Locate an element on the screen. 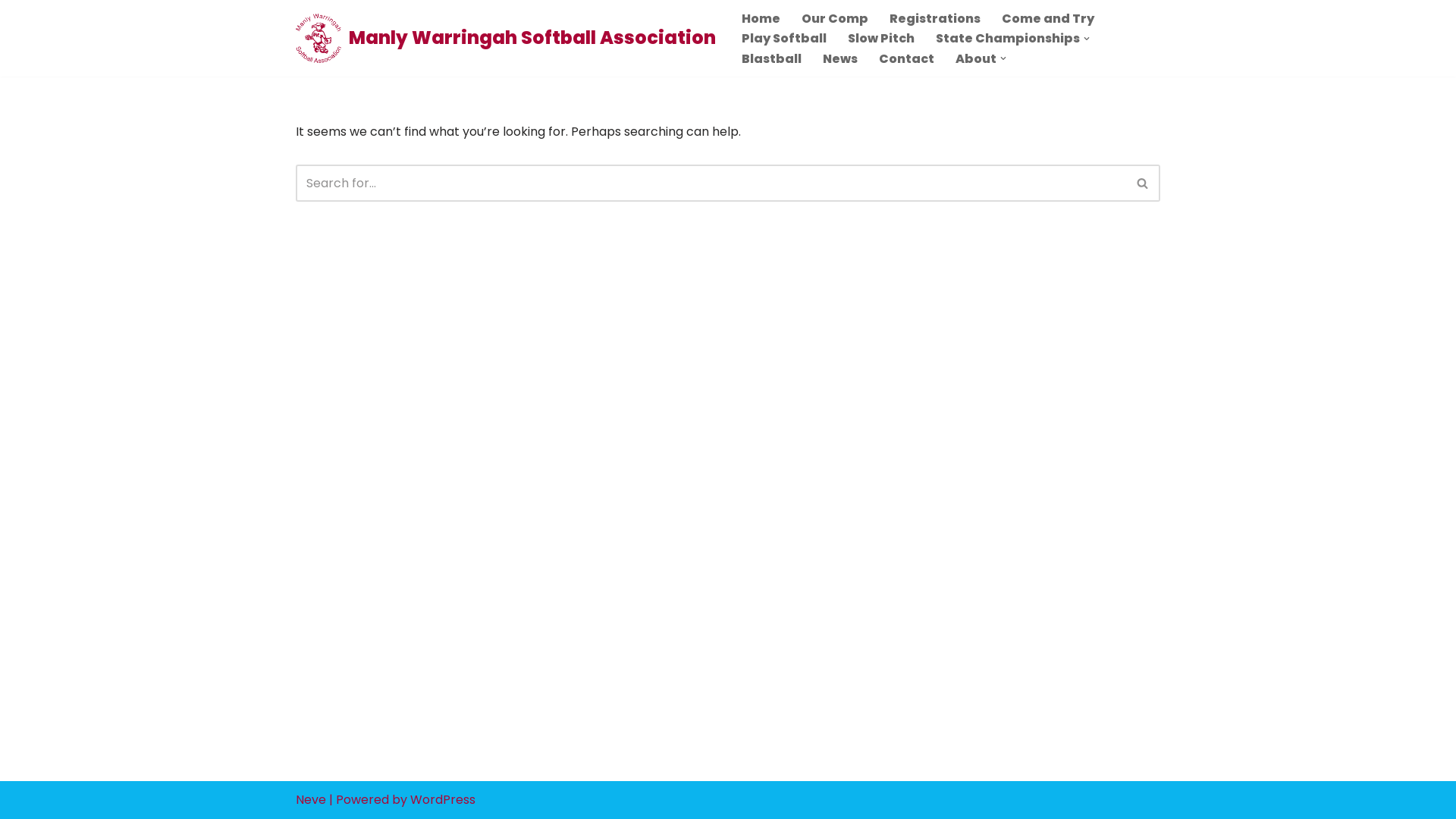 The width and height of the screenshot is (1456, 819). 'Play Softball' is located at coordinates (783, 37).